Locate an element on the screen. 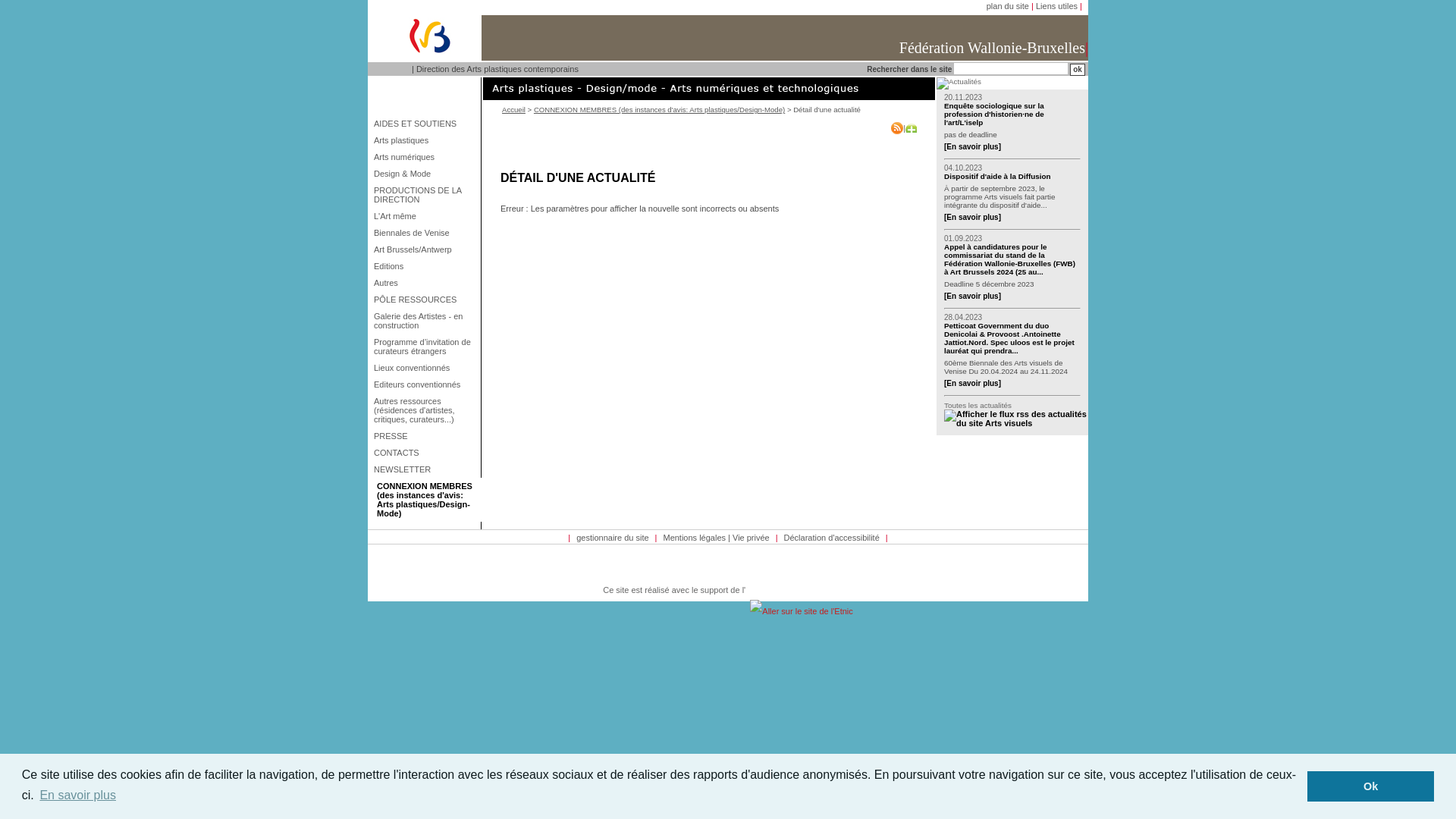 This screenshot has width=1456, height=819. 'En savoir plus' is located at coordinates (36, 795).